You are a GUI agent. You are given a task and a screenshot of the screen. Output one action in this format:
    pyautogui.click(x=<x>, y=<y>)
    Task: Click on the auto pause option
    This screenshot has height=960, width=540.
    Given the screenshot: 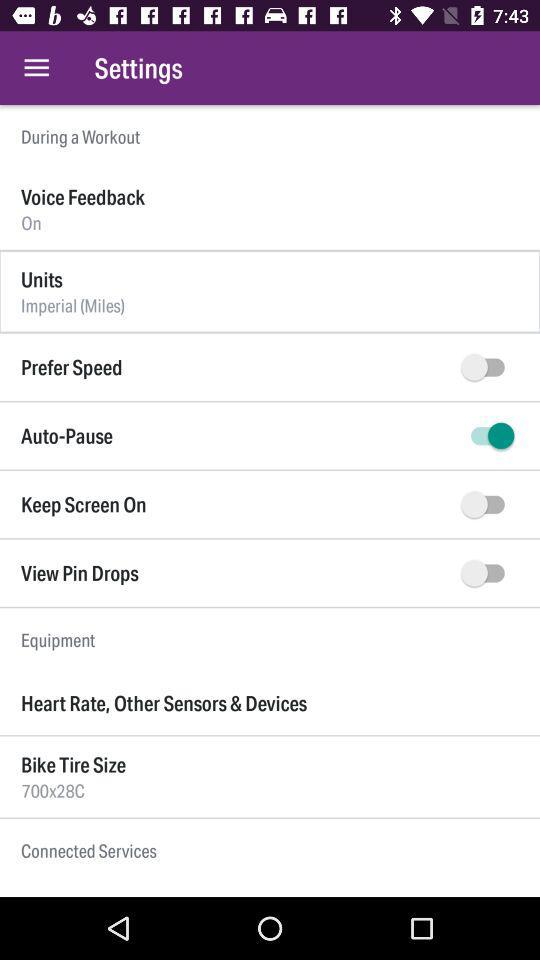 What is the action you would take?
    pyautogui.click(x=486, y=435)
    